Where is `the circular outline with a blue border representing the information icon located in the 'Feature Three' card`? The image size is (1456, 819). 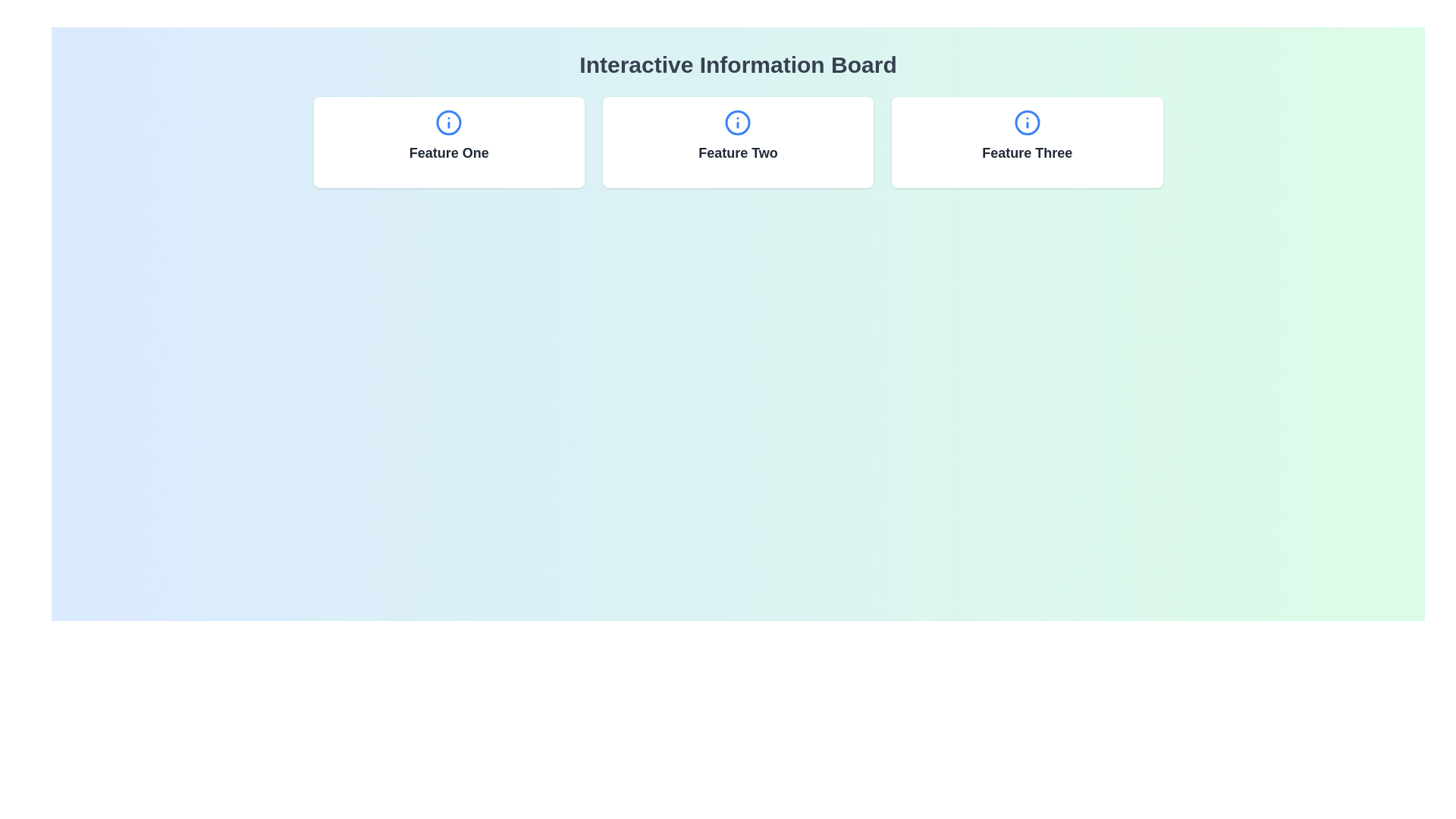 the circular outline with a blue border representing the information icon located in the 'Feature Three' card is located at coordinates (1027, 122).